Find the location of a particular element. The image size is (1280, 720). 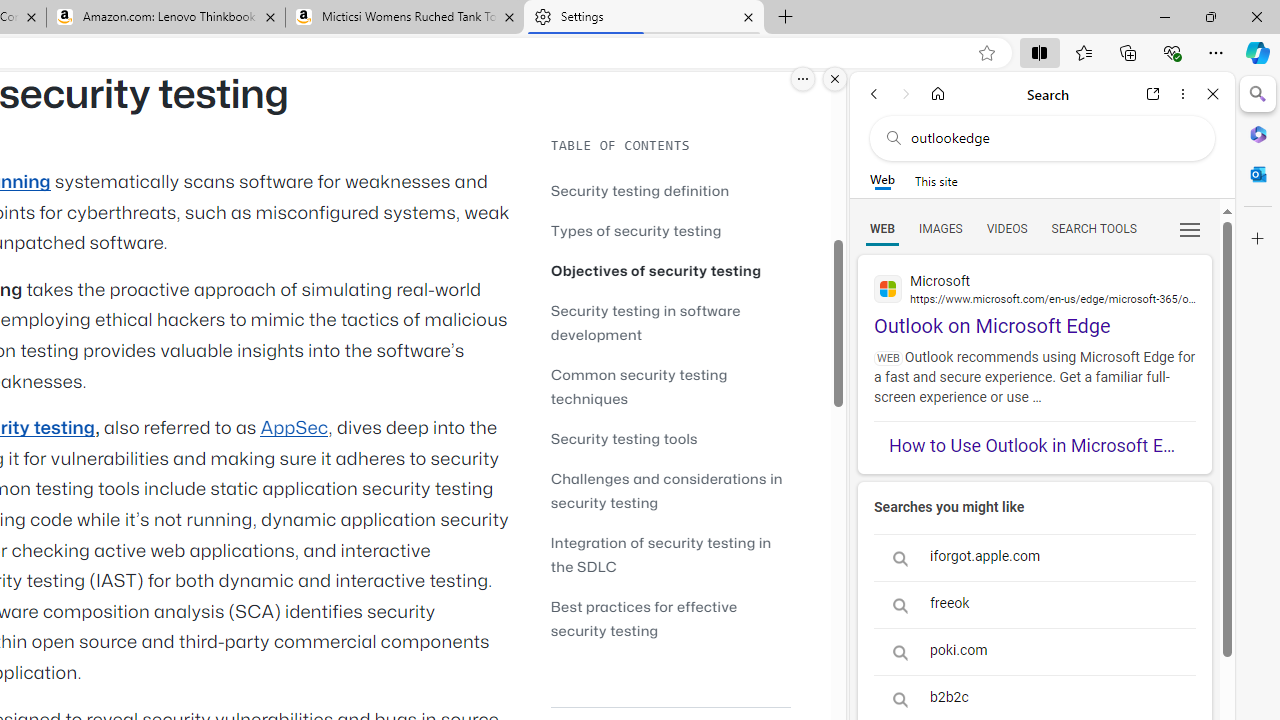

'Objectives of security testing' is located at coordinates (670, 270).